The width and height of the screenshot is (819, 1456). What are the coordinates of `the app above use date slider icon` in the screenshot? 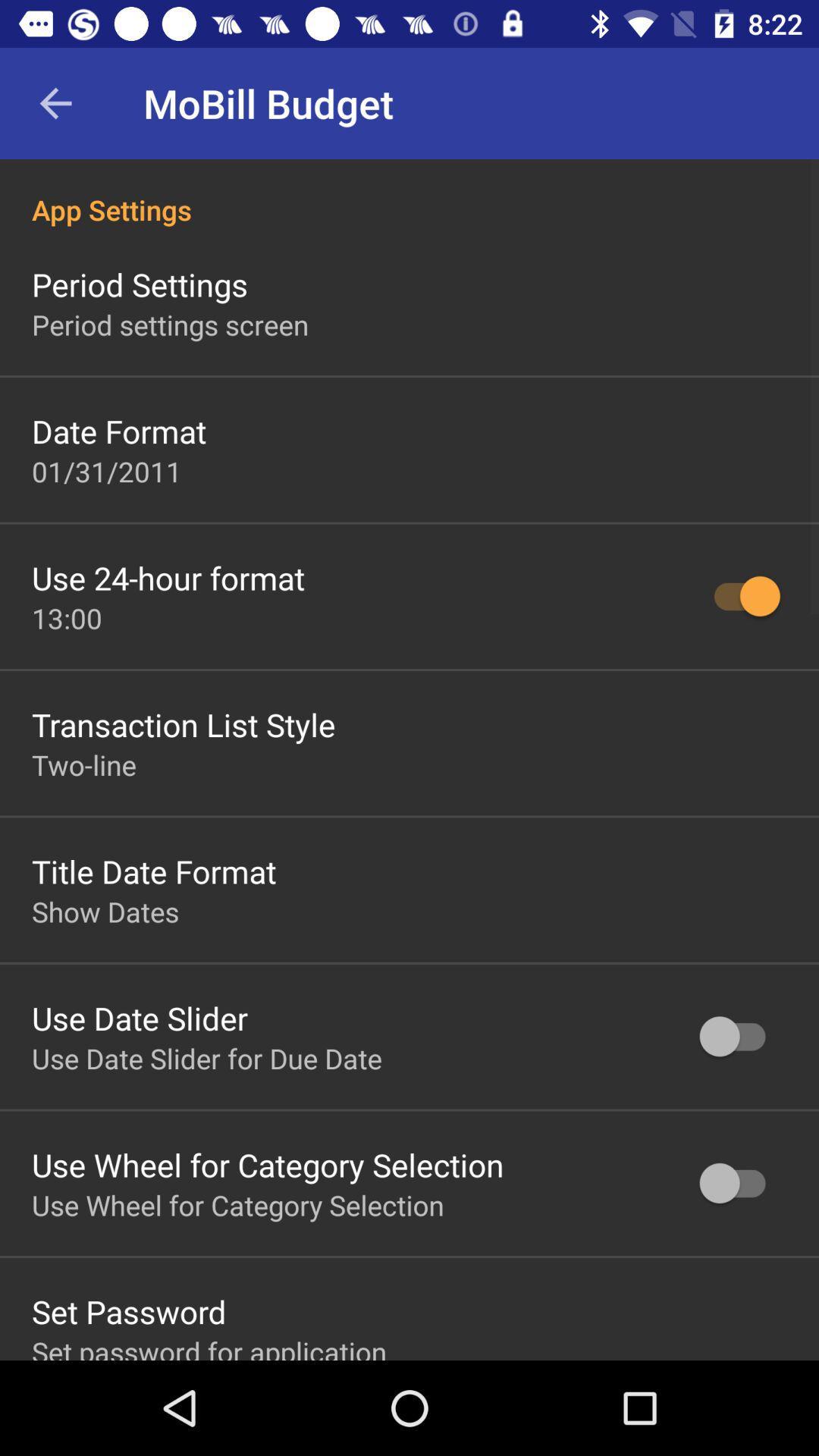 It's located at (105, 911).